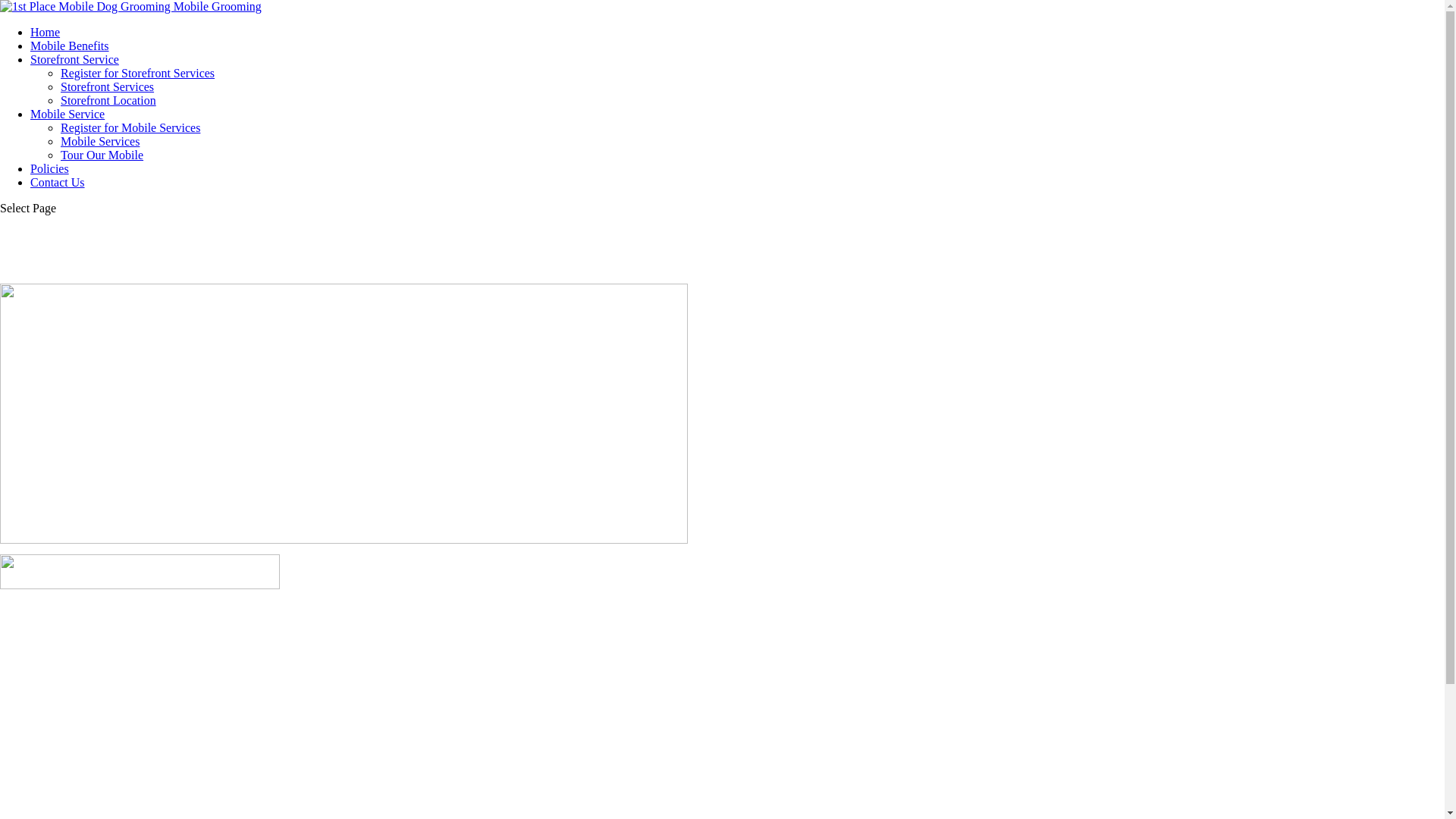  Describe the element at coordinates (101, 155) in the screenshot. I see `'Tour Our Mobile'` at that location.